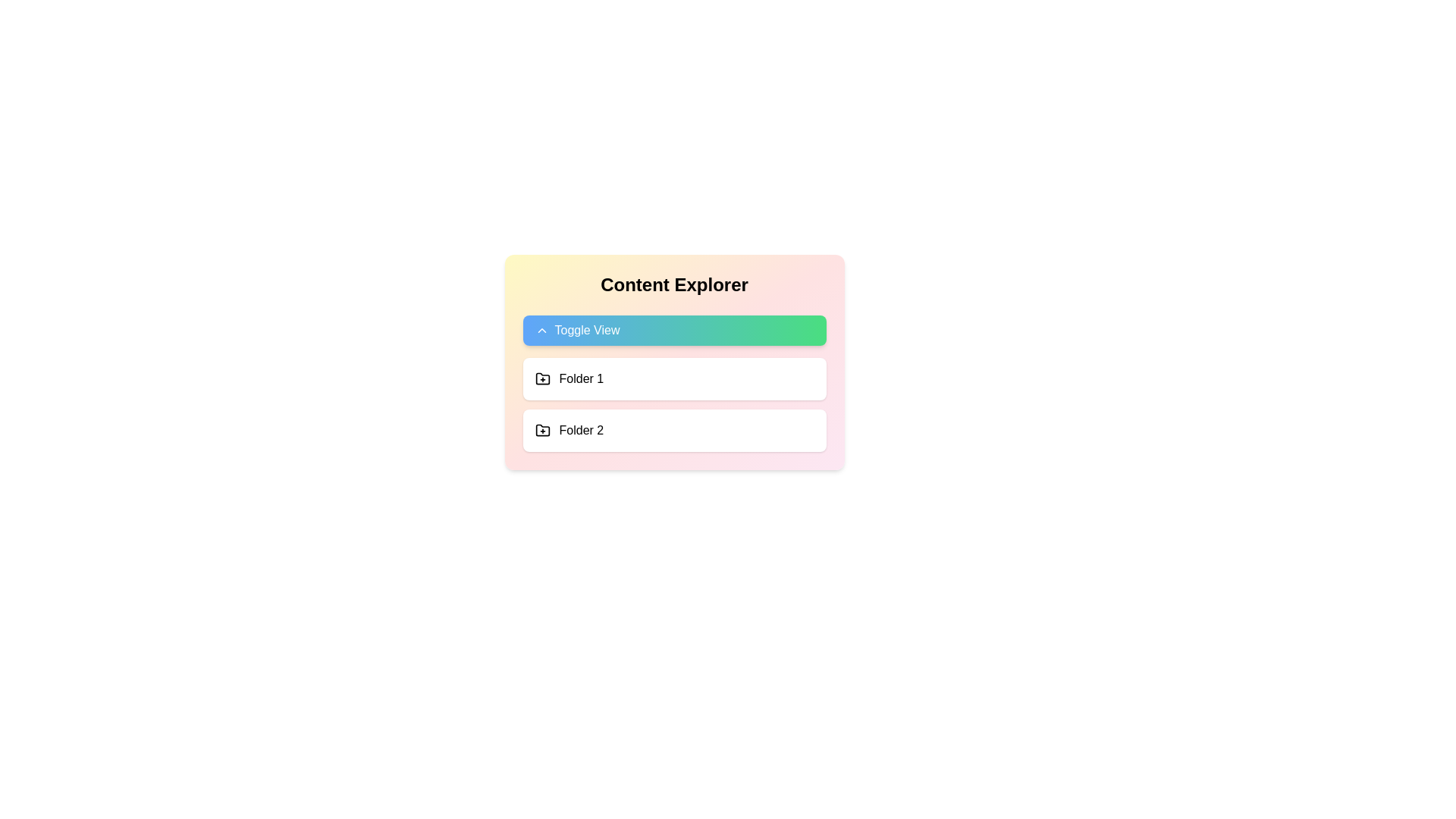  Describe the element at coordinates (542, 378) in the screenshot. I see `the interactive icon for creating or adding a new item associated with 'Folder 1', located to the left of the text 'Folder 1'` at that location.